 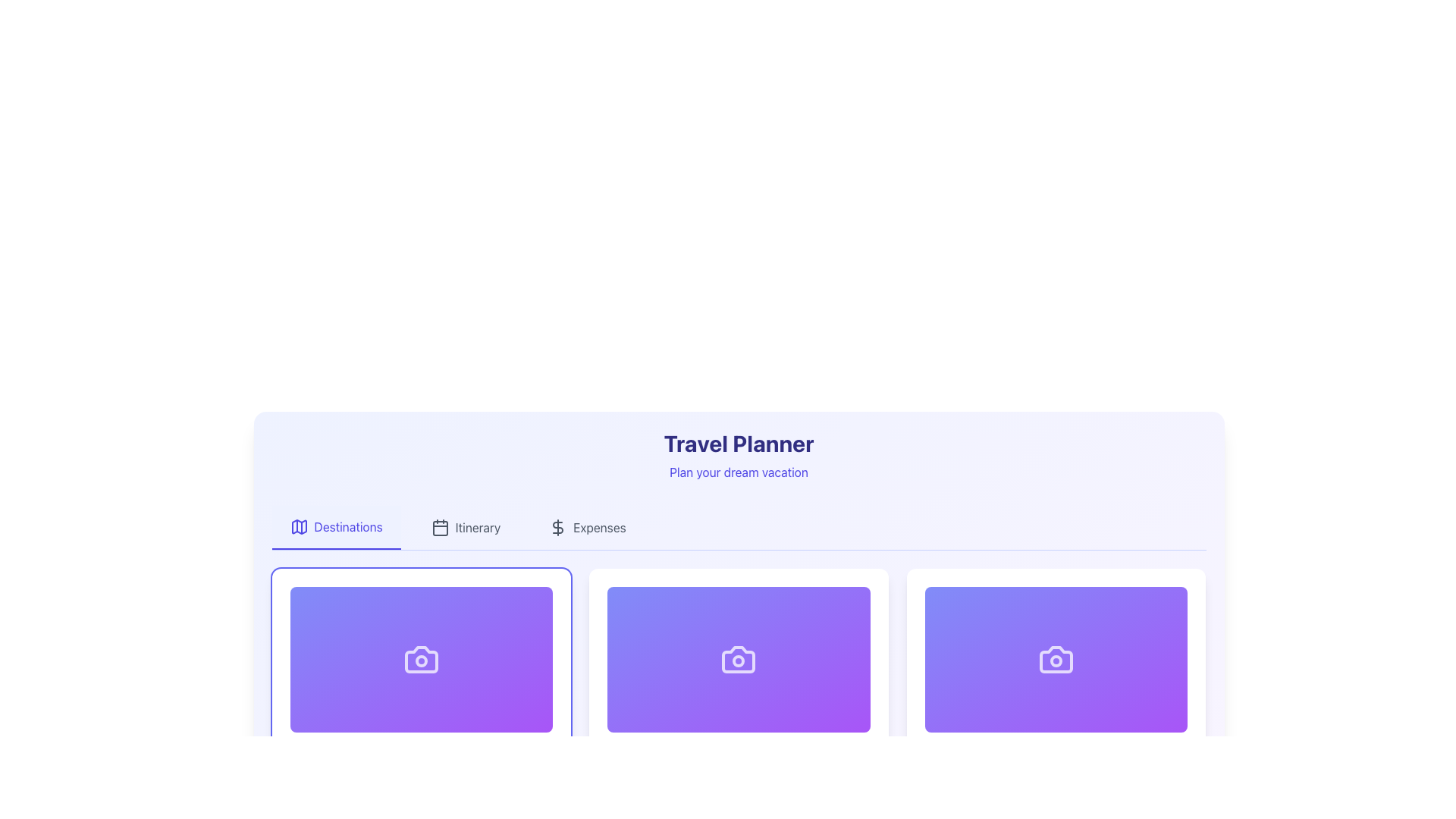 What do you see at coordinates (421, 660) in the screenshot?
I see `the small circular SVG graphical element centered over the lens area of the camera icon, which is part of a larger purple rectangle in a grid layout` at bounding box center [421, 660].